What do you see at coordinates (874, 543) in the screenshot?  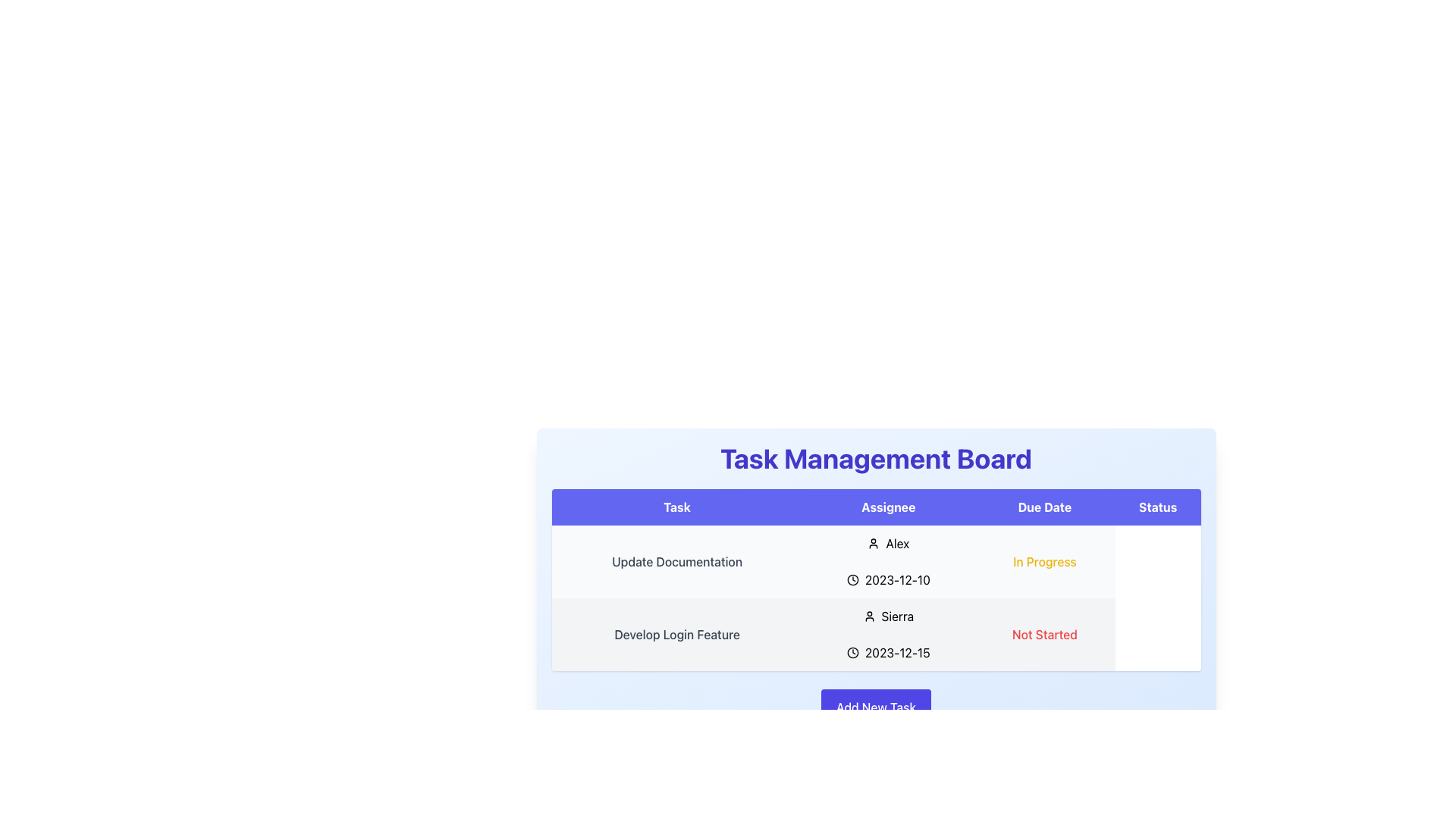 I see `the small graphical user icon representing the assignee, which is located in the 'Assignee' column and precedes the name 'Alex'` at bounding box center [874, 543].